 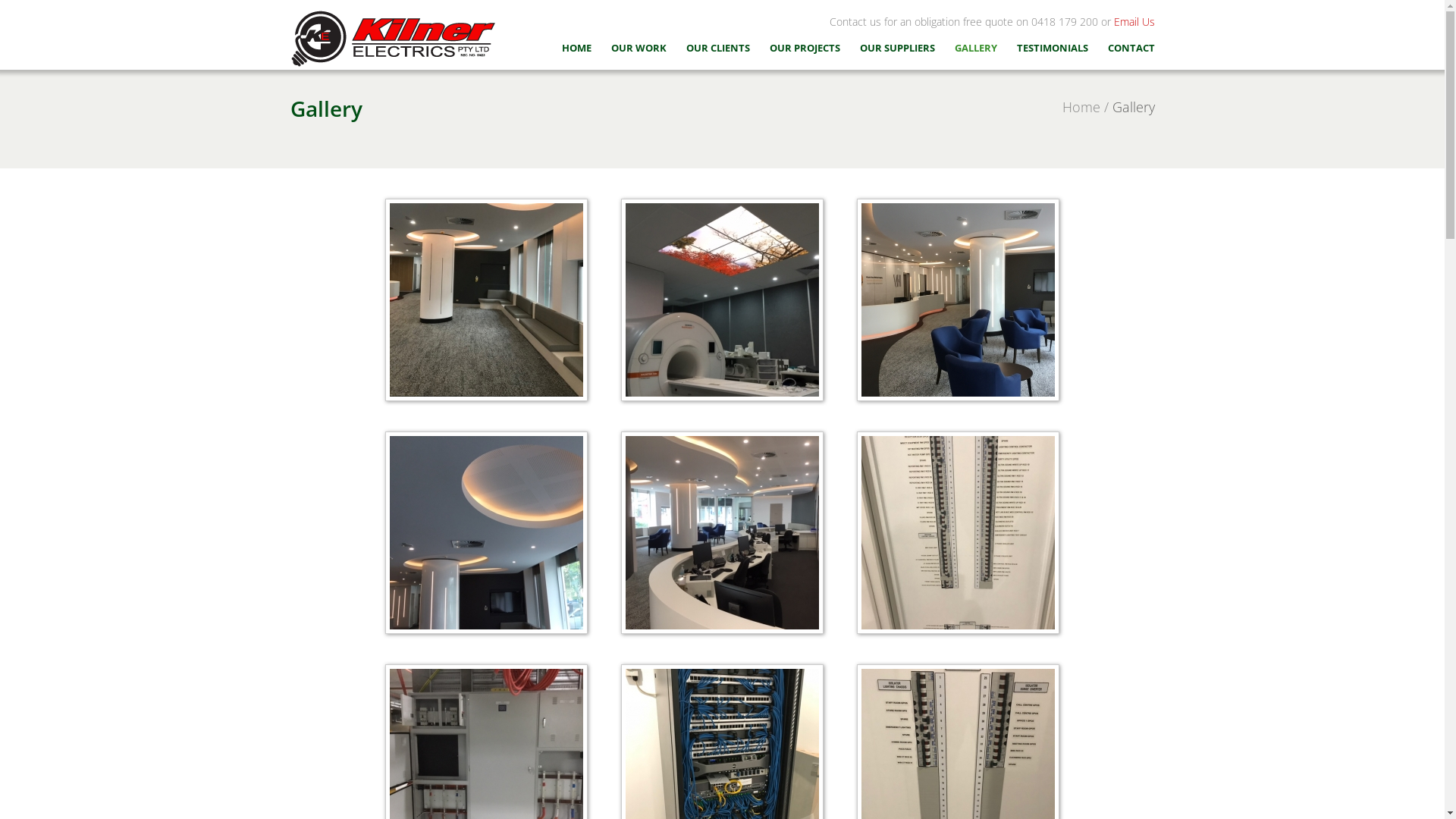 I want to click on 'Home', so click(x=1080, y=106).